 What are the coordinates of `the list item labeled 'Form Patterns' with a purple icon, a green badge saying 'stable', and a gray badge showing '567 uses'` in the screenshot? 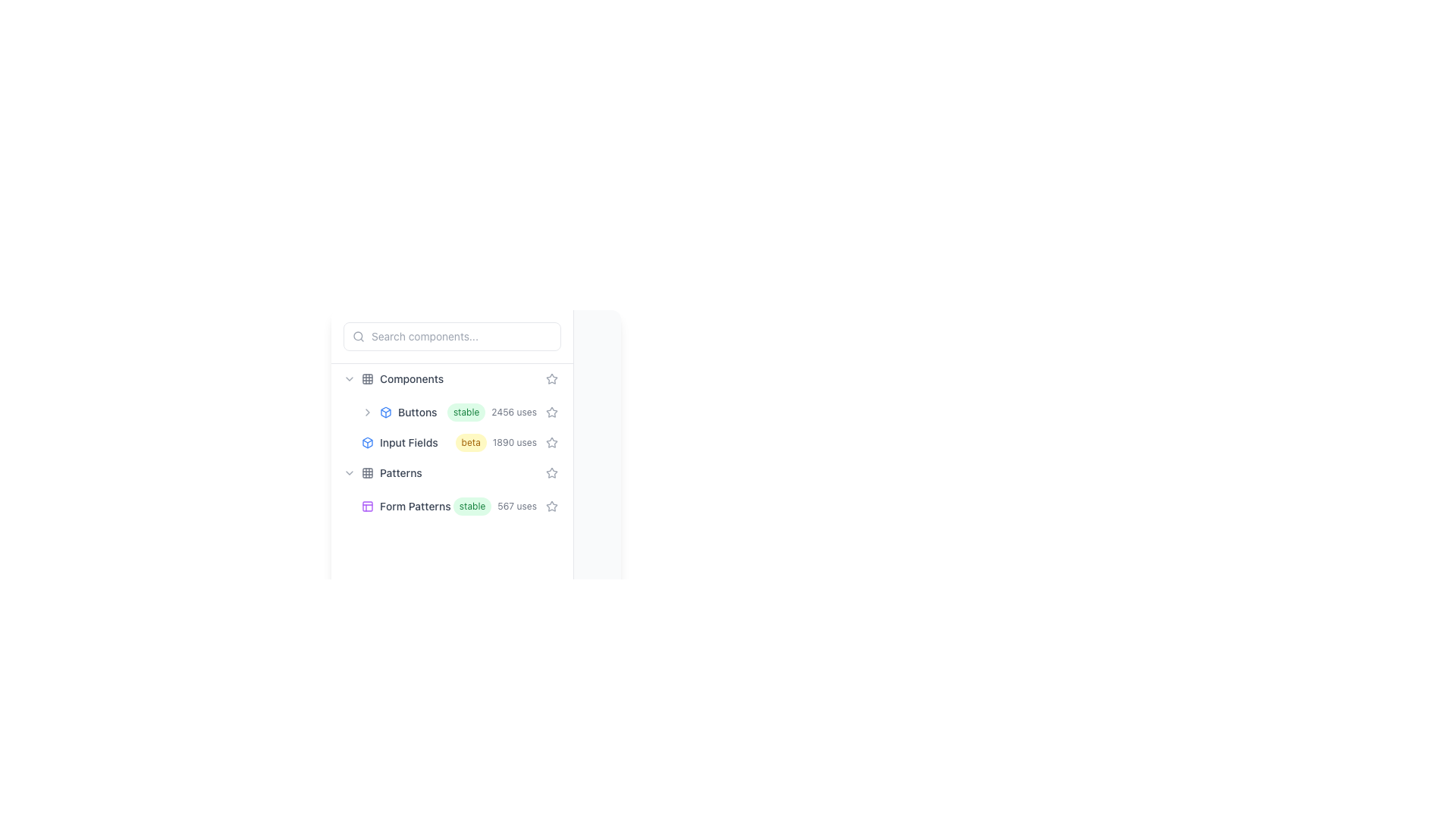 It's located at (451, 506).